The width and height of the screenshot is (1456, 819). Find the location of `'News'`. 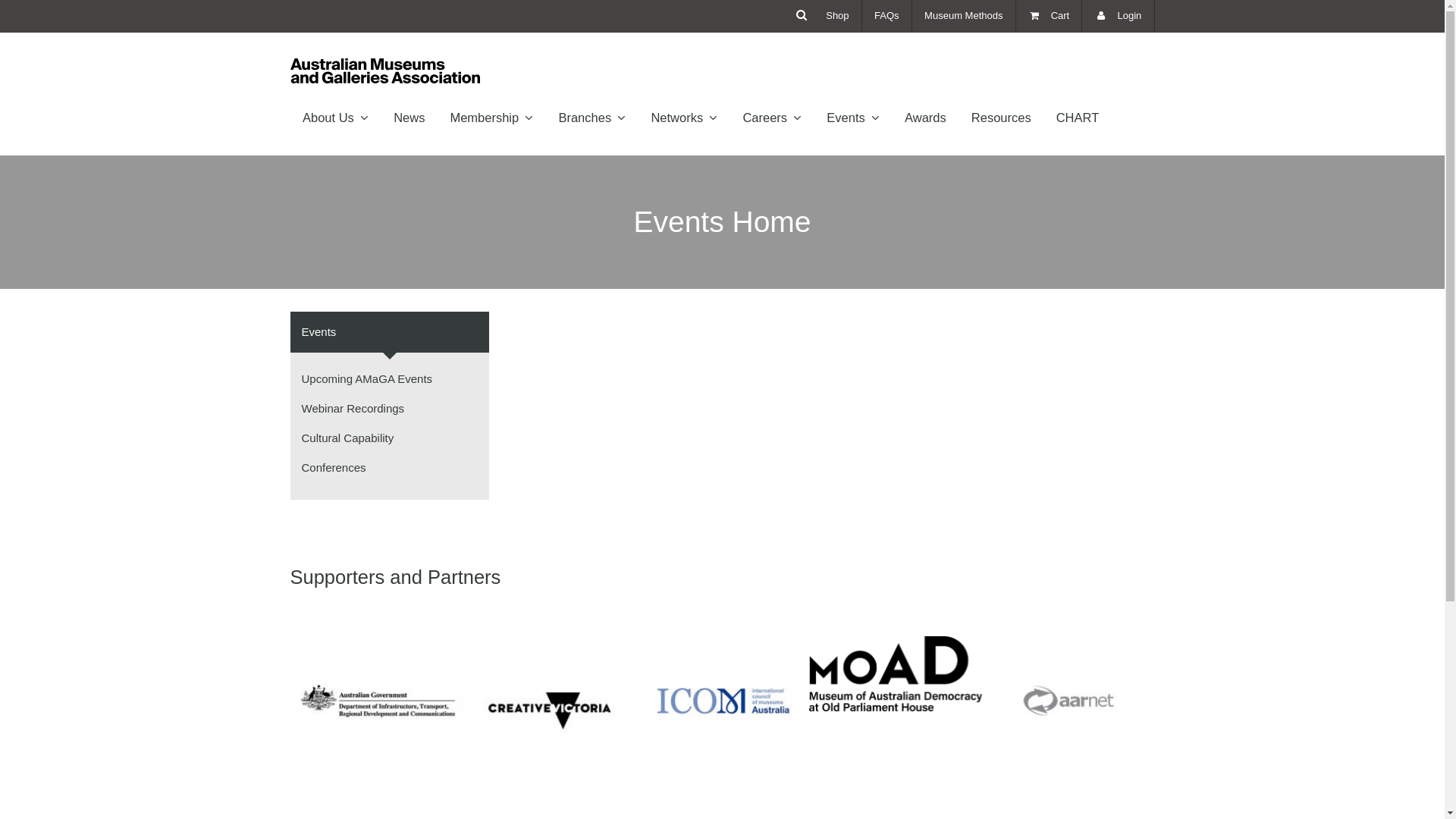

'News' is located at coordinates (409, 116).